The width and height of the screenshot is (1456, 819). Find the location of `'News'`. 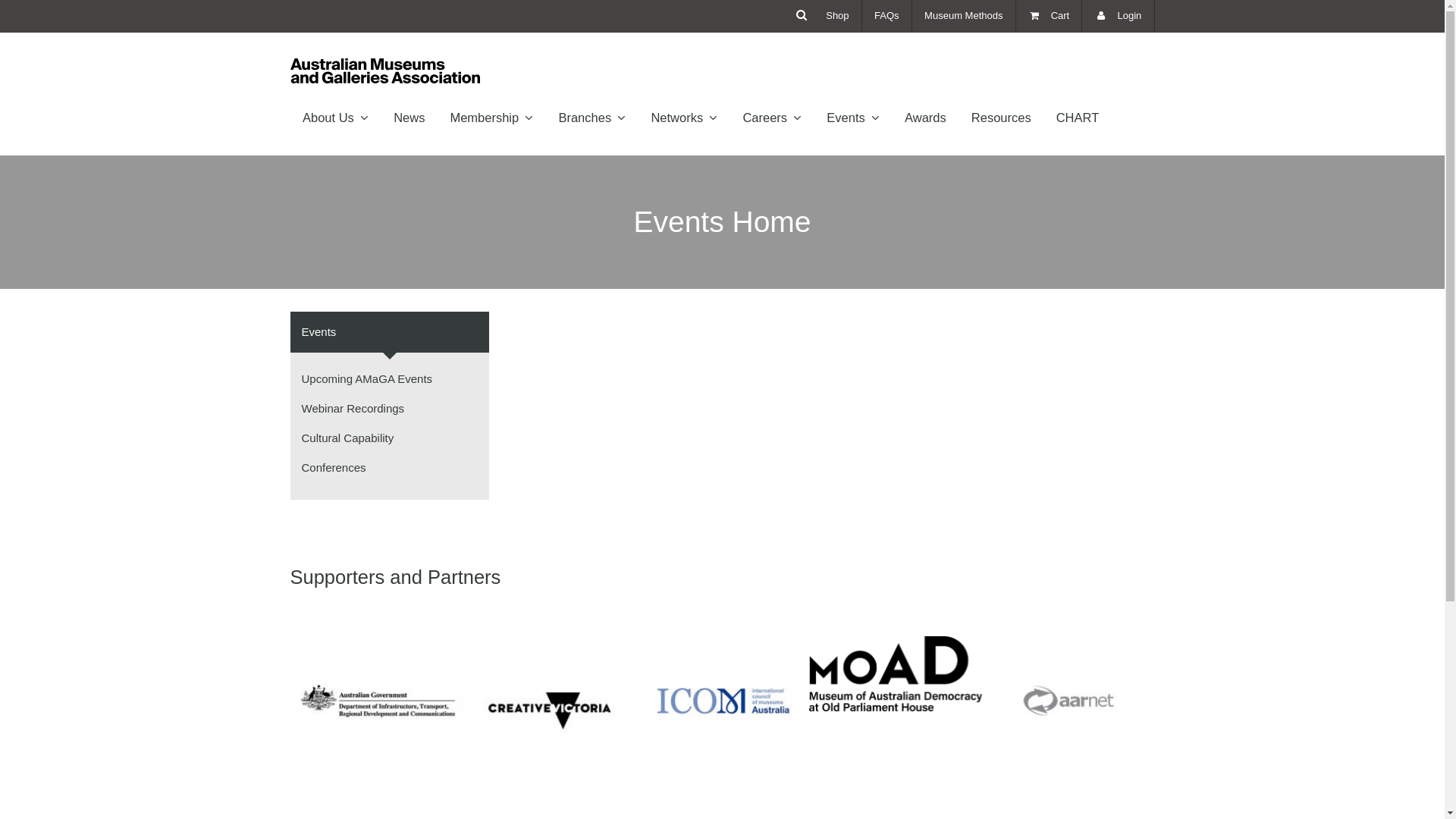

'News' is located at coordinates (409, 116).